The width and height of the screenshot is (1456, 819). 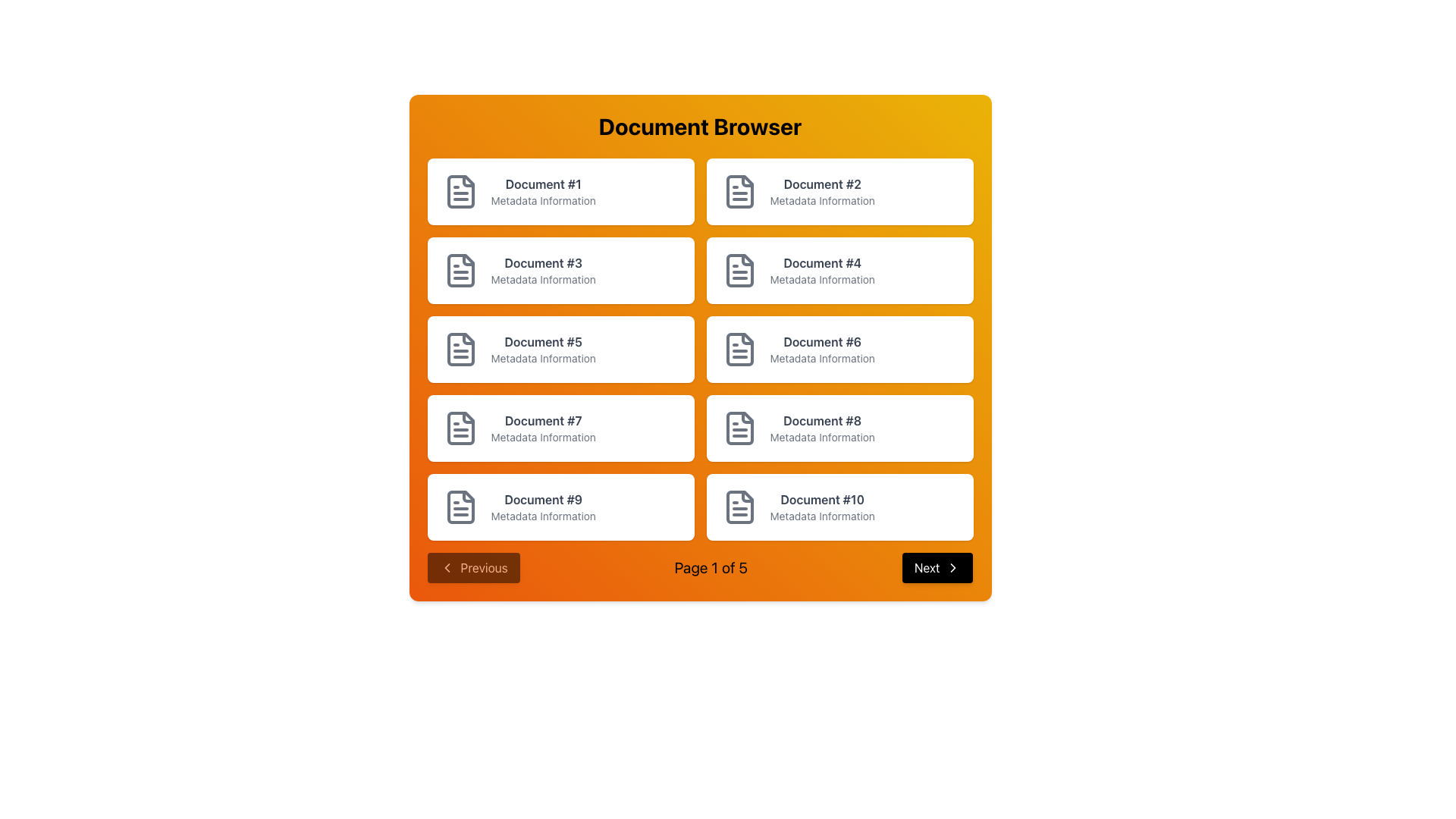 I want to click on the SVG-based icon representing 'Document #7' which is visually identified as a file or document icon, positioned within the card for 'Document #7', so click(x=460, y=428).